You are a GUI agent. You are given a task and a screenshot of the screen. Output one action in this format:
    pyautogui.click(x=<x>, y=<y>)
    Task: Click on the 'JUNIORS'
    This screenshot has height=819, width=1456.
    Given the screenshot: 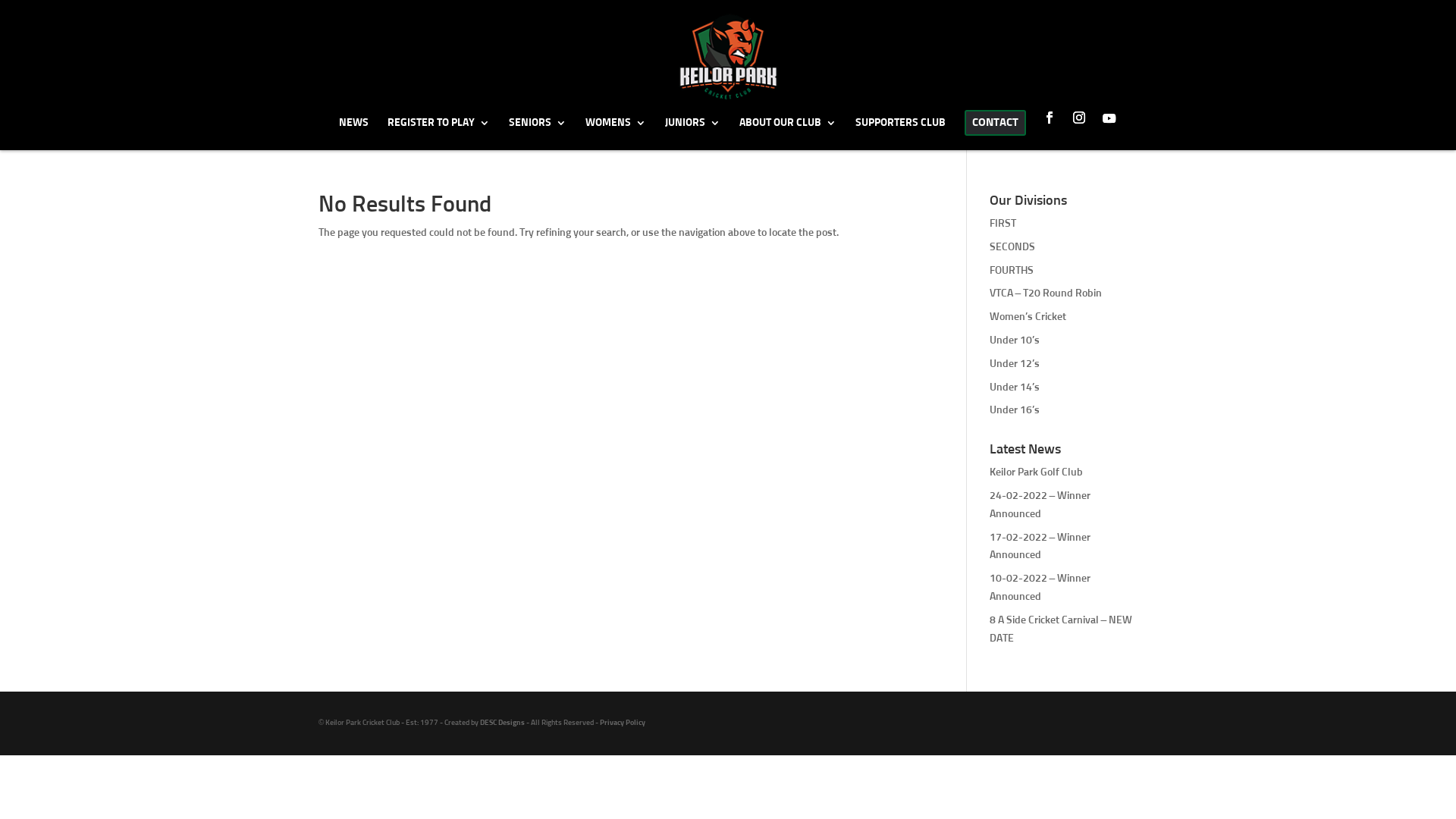 What is the action you would take?
    pyautogui.click(x=691, y=132)
    